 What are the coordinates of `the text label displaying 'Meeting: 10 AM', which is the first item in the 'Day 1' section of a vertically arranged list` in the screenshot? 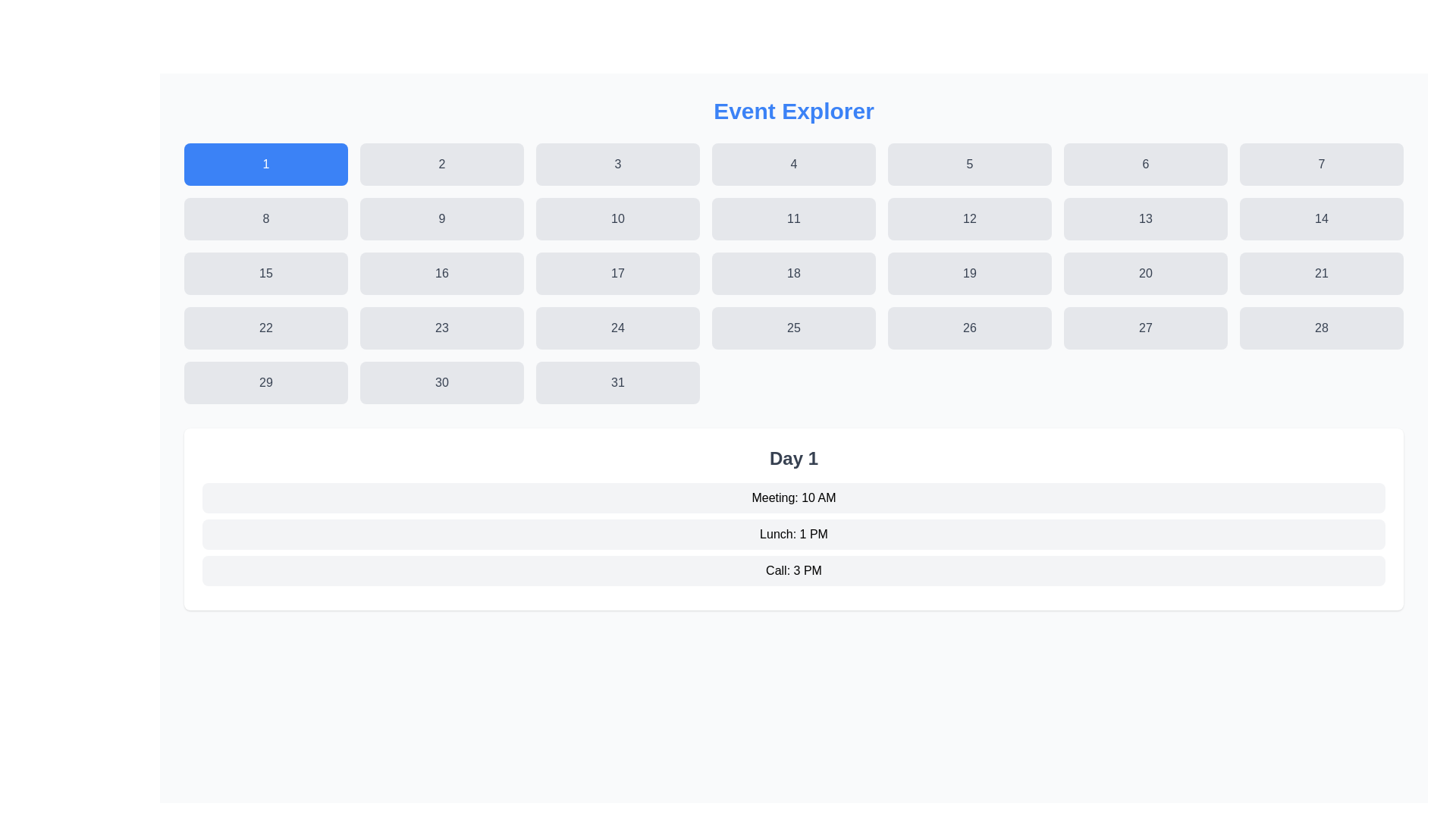 It's located at (792, 497).